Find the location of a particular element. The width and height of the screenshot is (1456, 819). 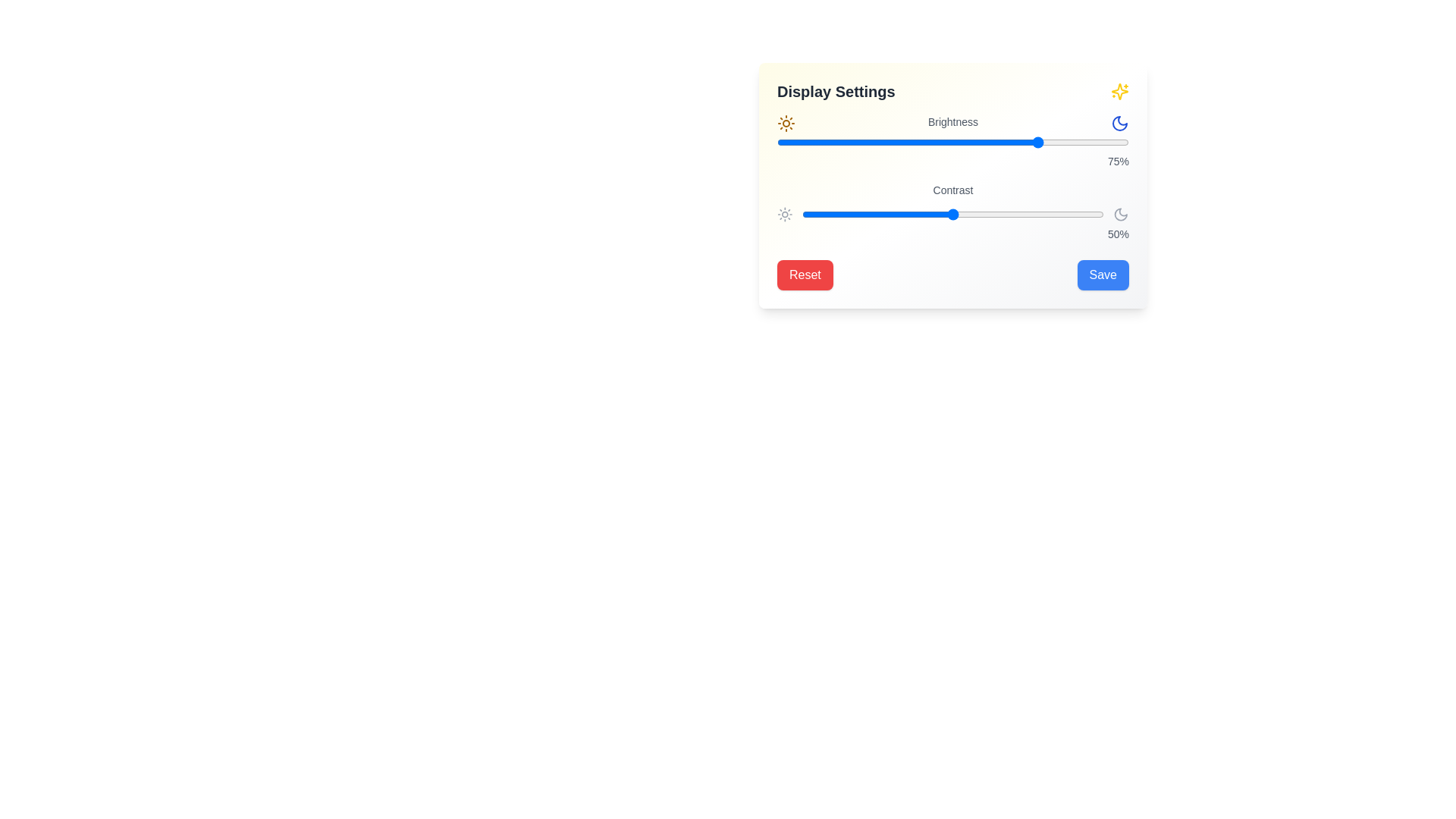

the contrast level is located at coordinates (1016, 214).